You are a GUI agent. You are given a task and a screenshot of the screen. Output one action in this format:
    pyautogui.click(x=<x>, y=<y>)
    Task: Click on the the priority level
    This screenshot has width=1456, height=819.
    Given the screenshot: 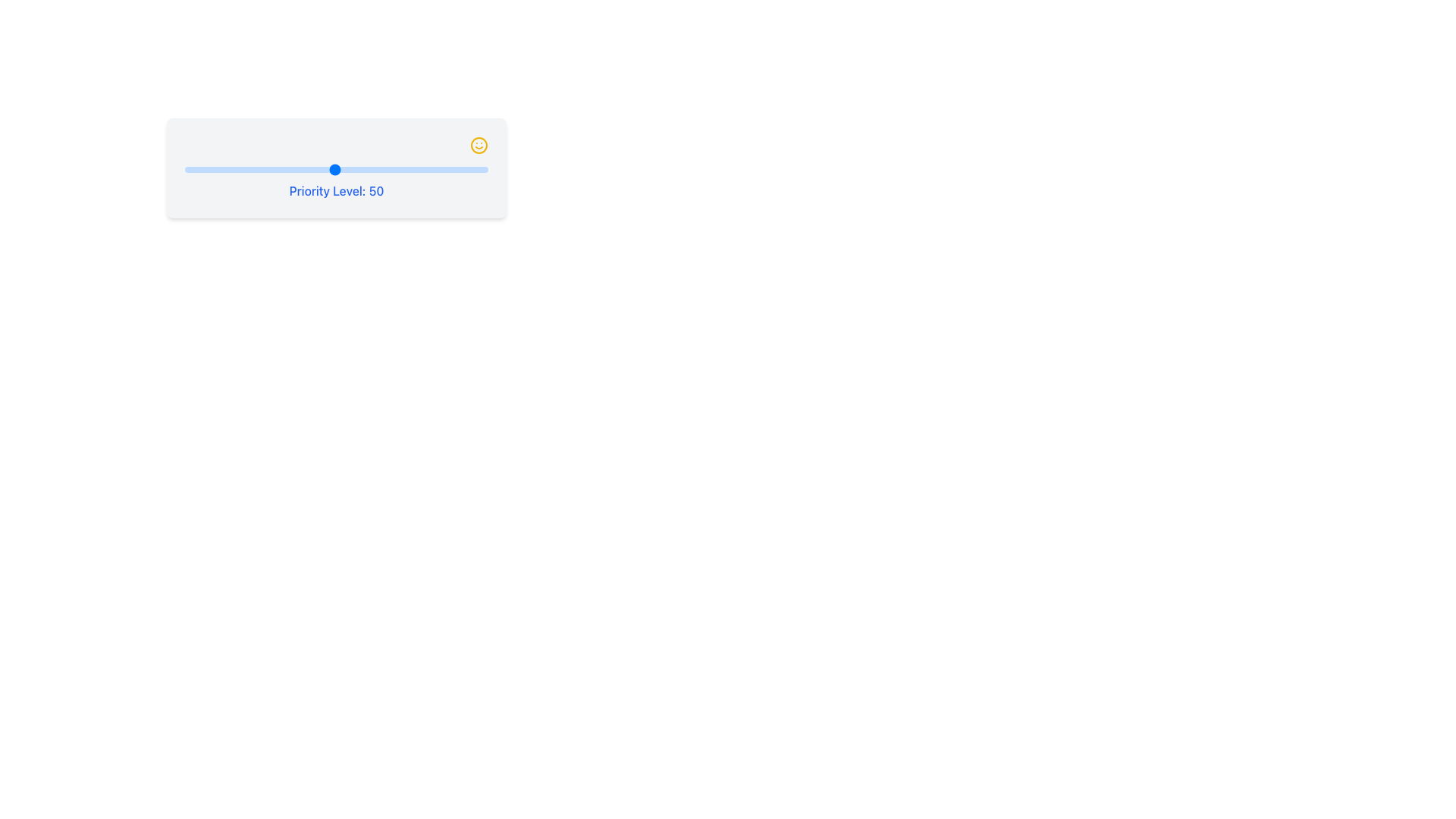 What is the action you would take?
    pyautogui.click(x=218, y=169)
    